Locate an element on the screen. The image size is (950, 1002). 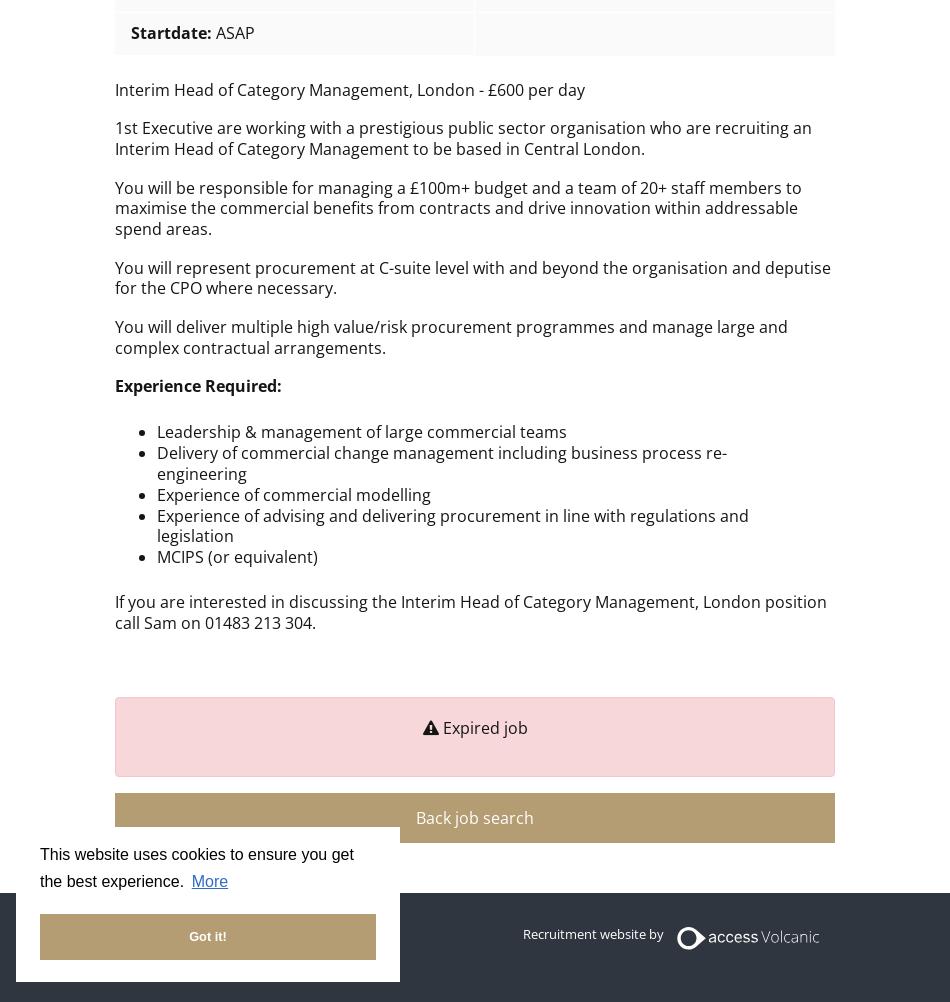
'MCIPS (or equivalent)' is located at coordinates (236, 557).